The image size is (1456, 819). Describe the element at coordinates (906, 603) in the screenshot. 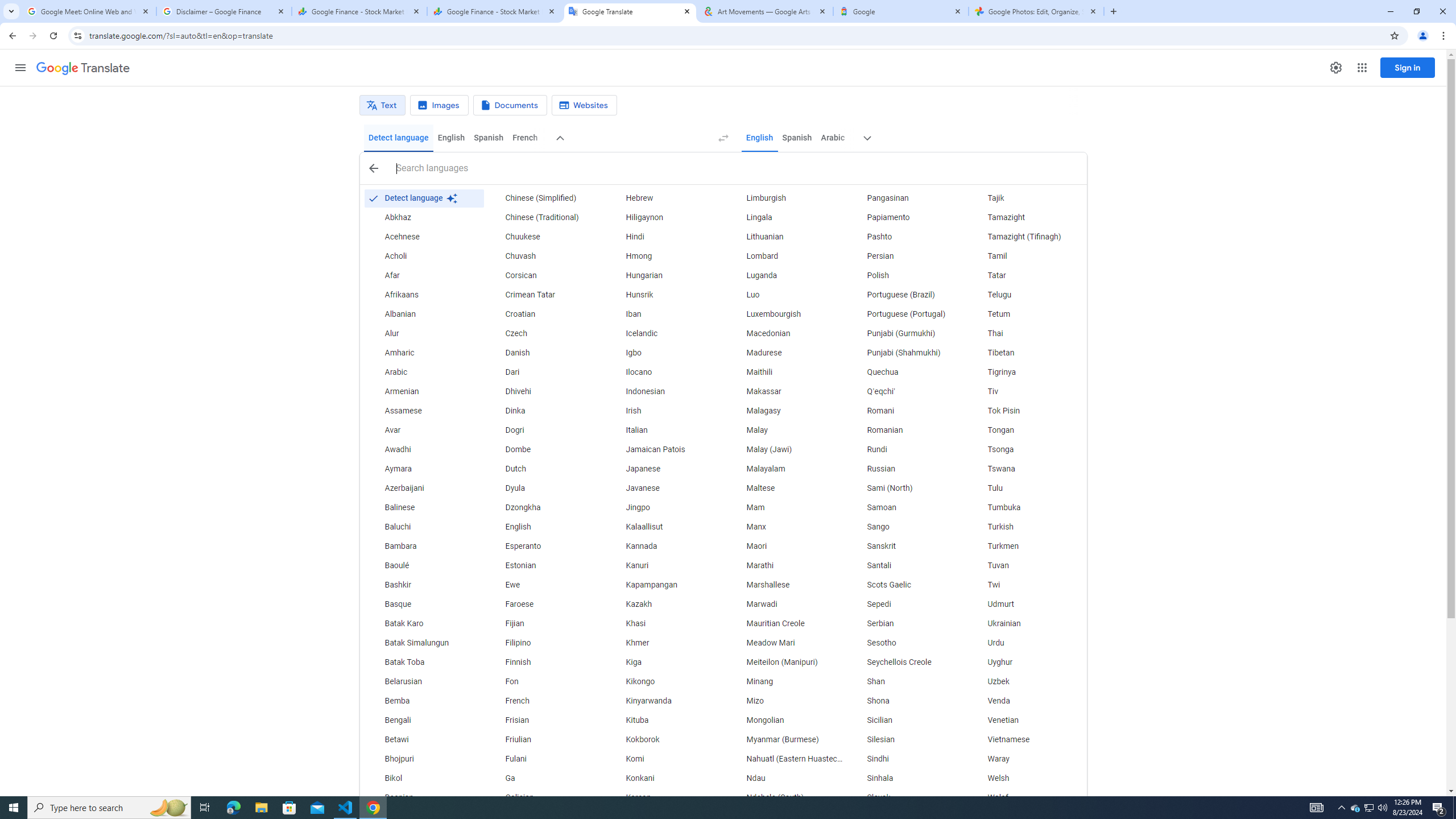

I see `'Sepedi'` at that location.